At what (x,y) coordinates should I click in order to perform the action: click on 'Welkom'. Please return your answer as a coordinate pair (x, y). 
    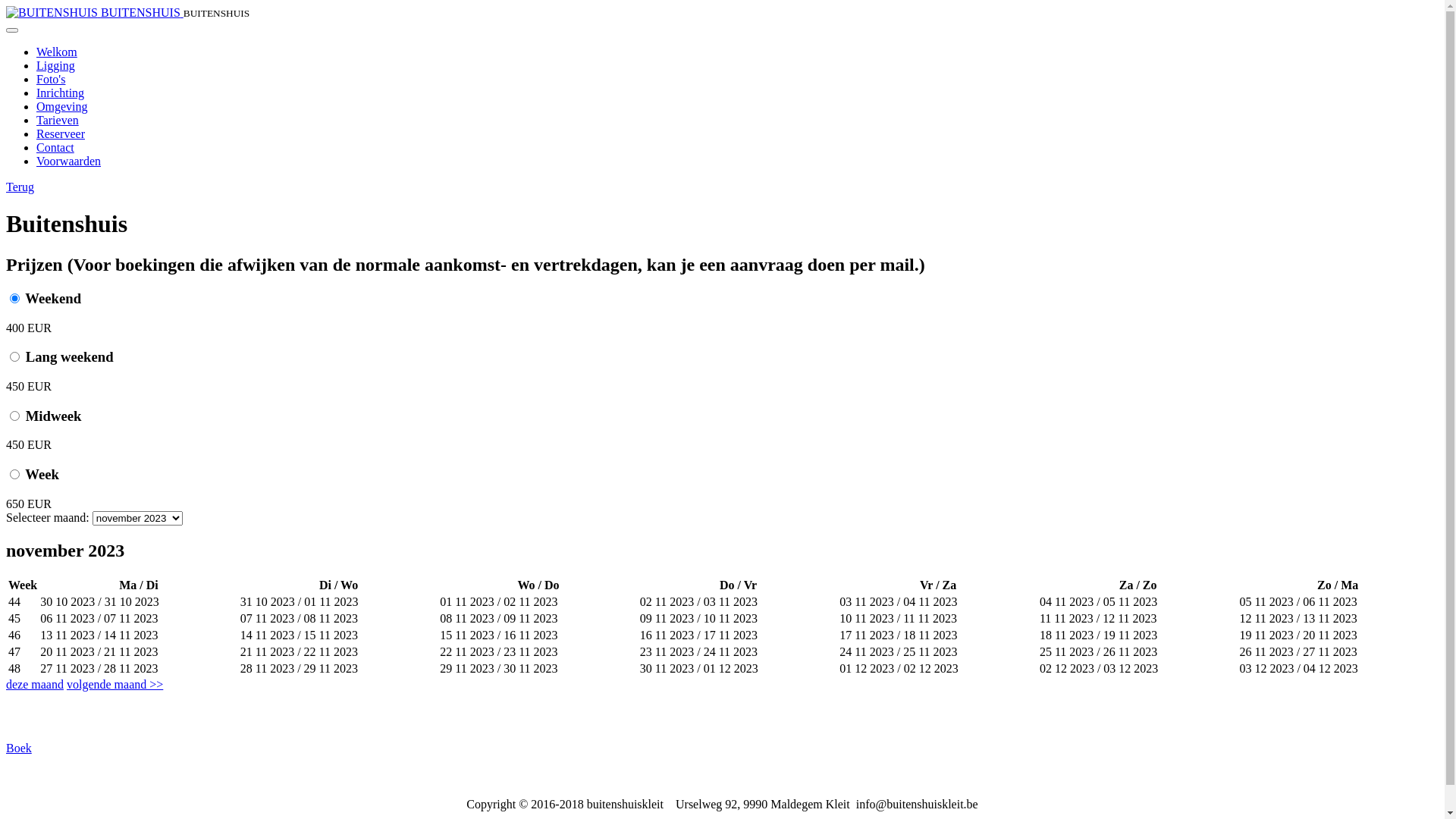
    Looking at the image, I should click on (57, 51).